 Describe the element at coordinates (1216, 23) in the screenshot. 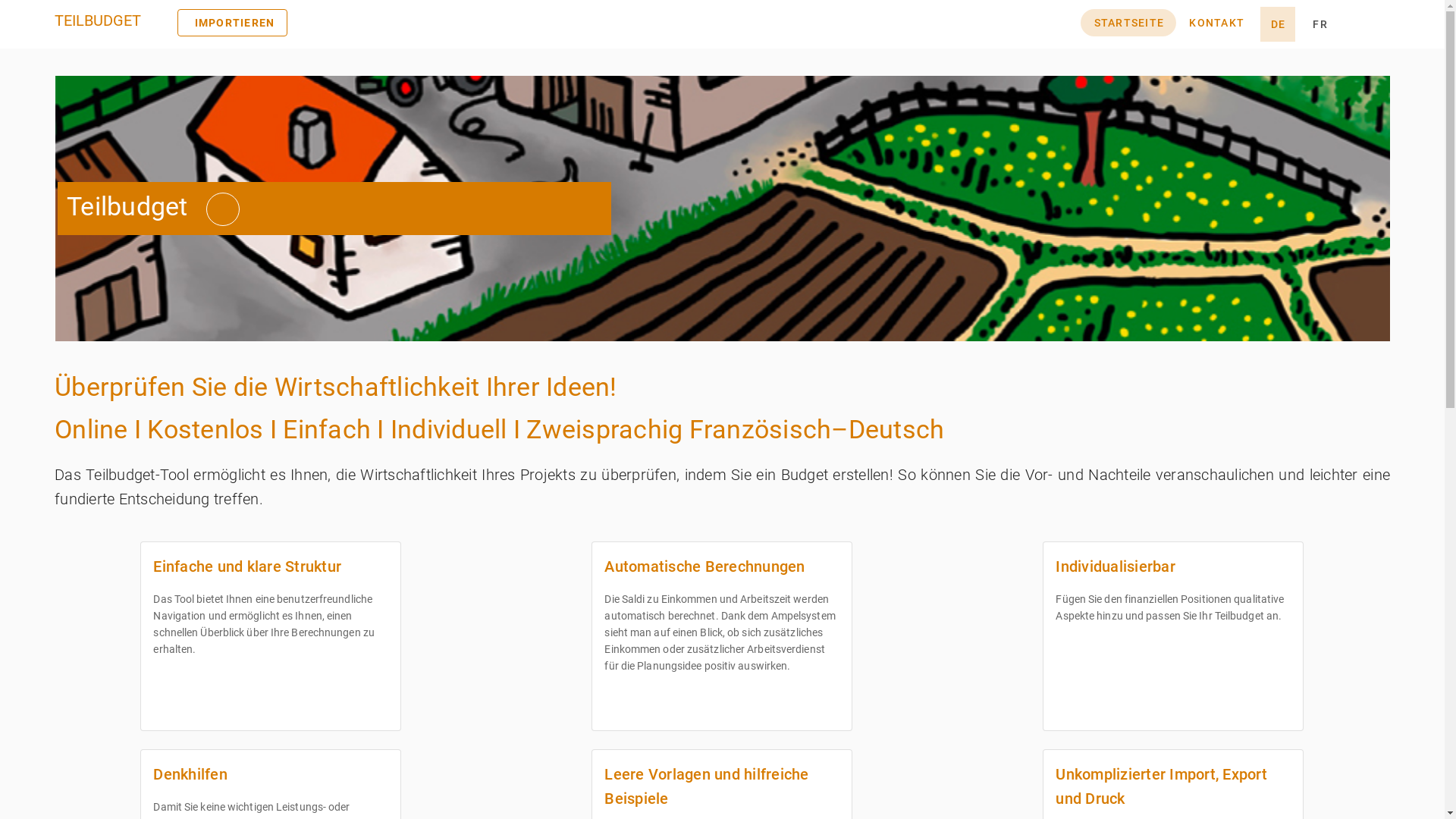

I see `'KONTAKT'` at that location.